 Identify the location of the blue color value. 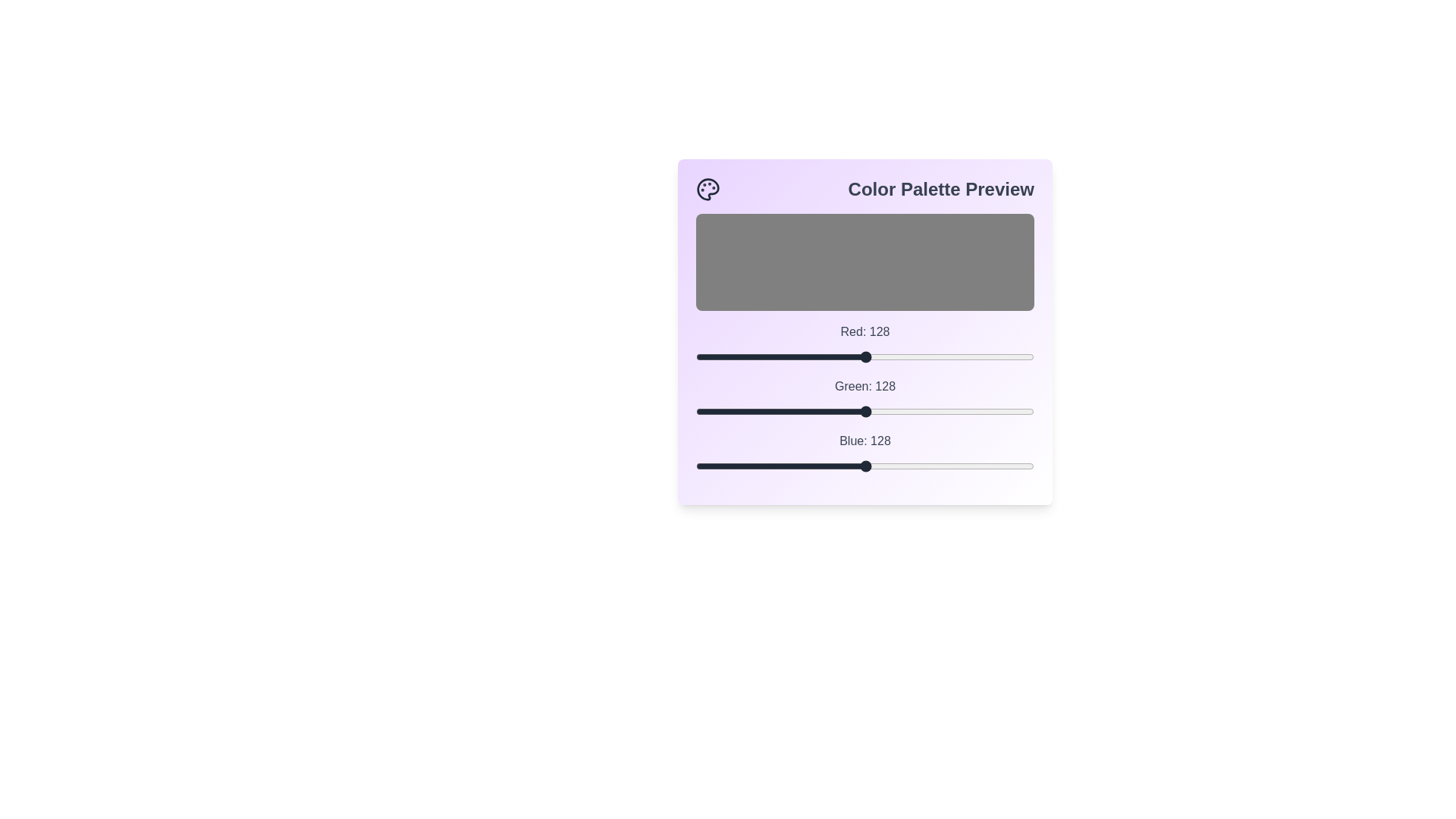
(952, 465).